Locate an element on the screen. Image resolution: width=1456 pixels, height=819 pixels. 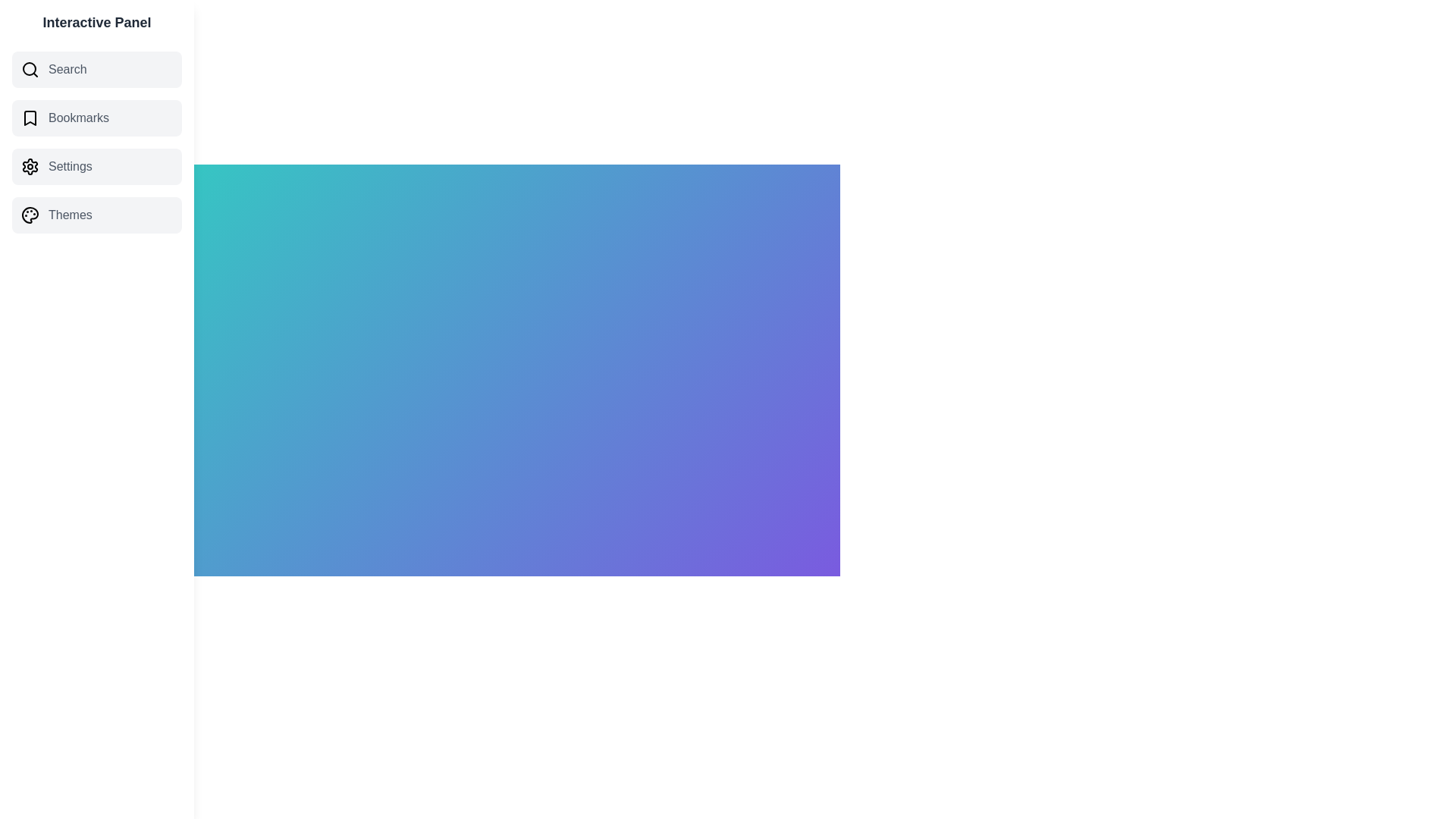
the category Search from the list is located at coordinates (96, 70).